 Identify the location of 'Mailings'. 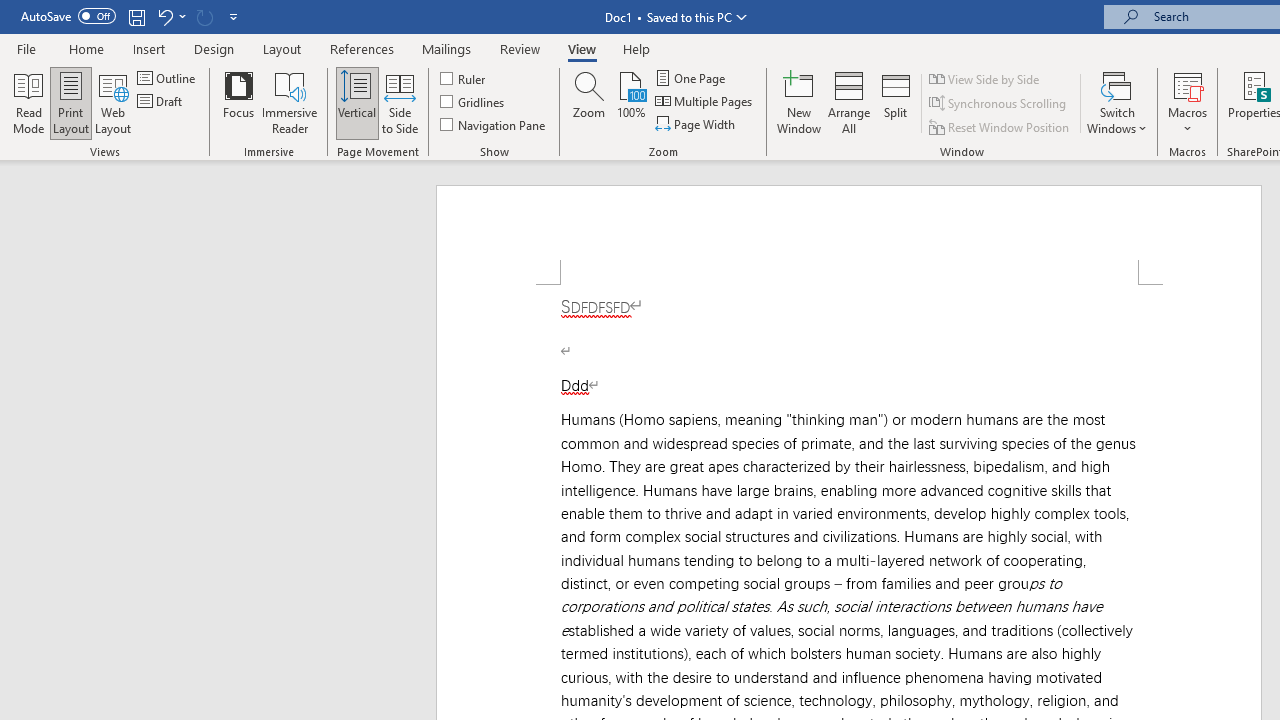
(446, 48).